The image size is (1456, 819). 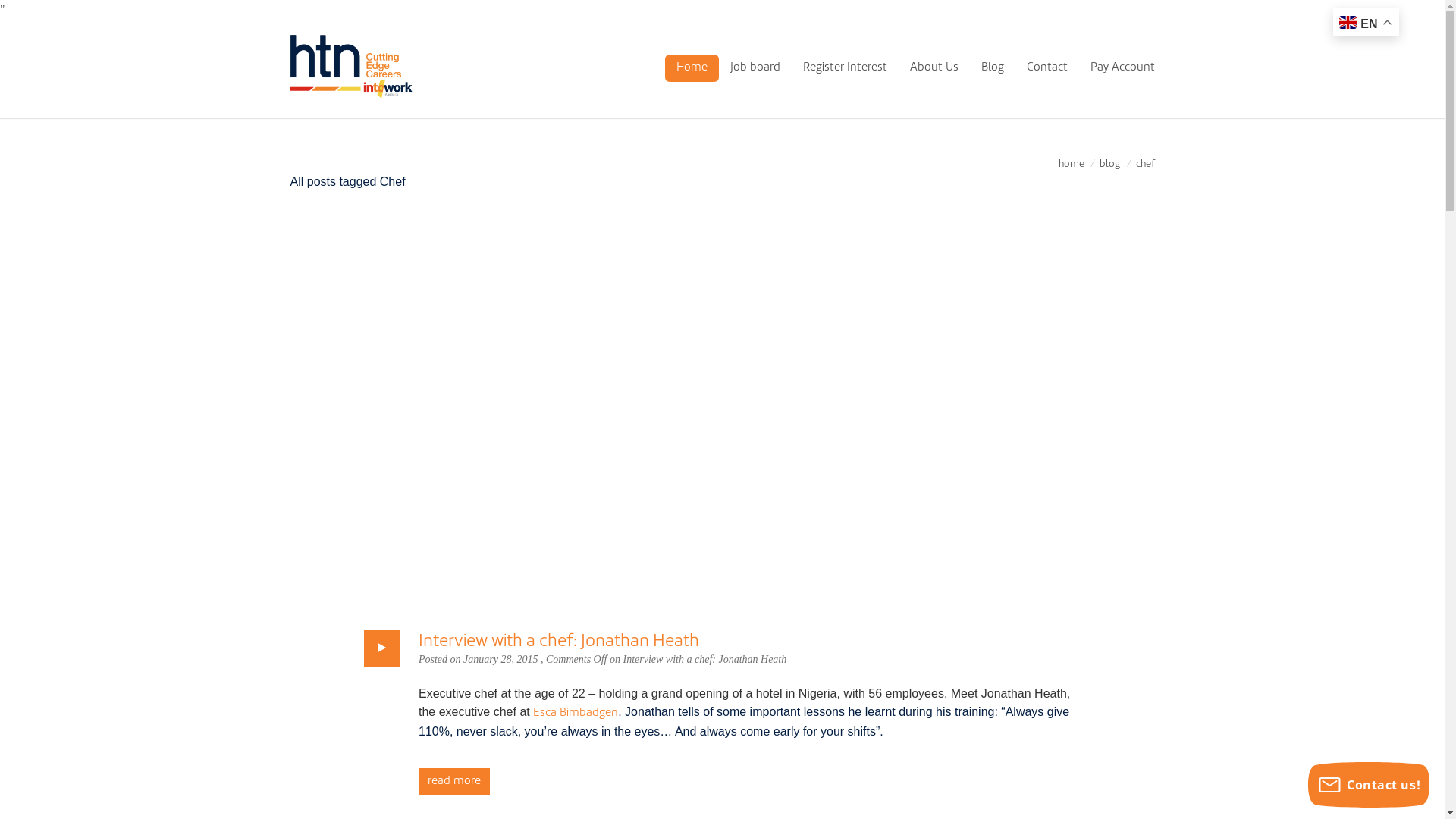 I want to click on 'Blog', so click(x=992, y=67).